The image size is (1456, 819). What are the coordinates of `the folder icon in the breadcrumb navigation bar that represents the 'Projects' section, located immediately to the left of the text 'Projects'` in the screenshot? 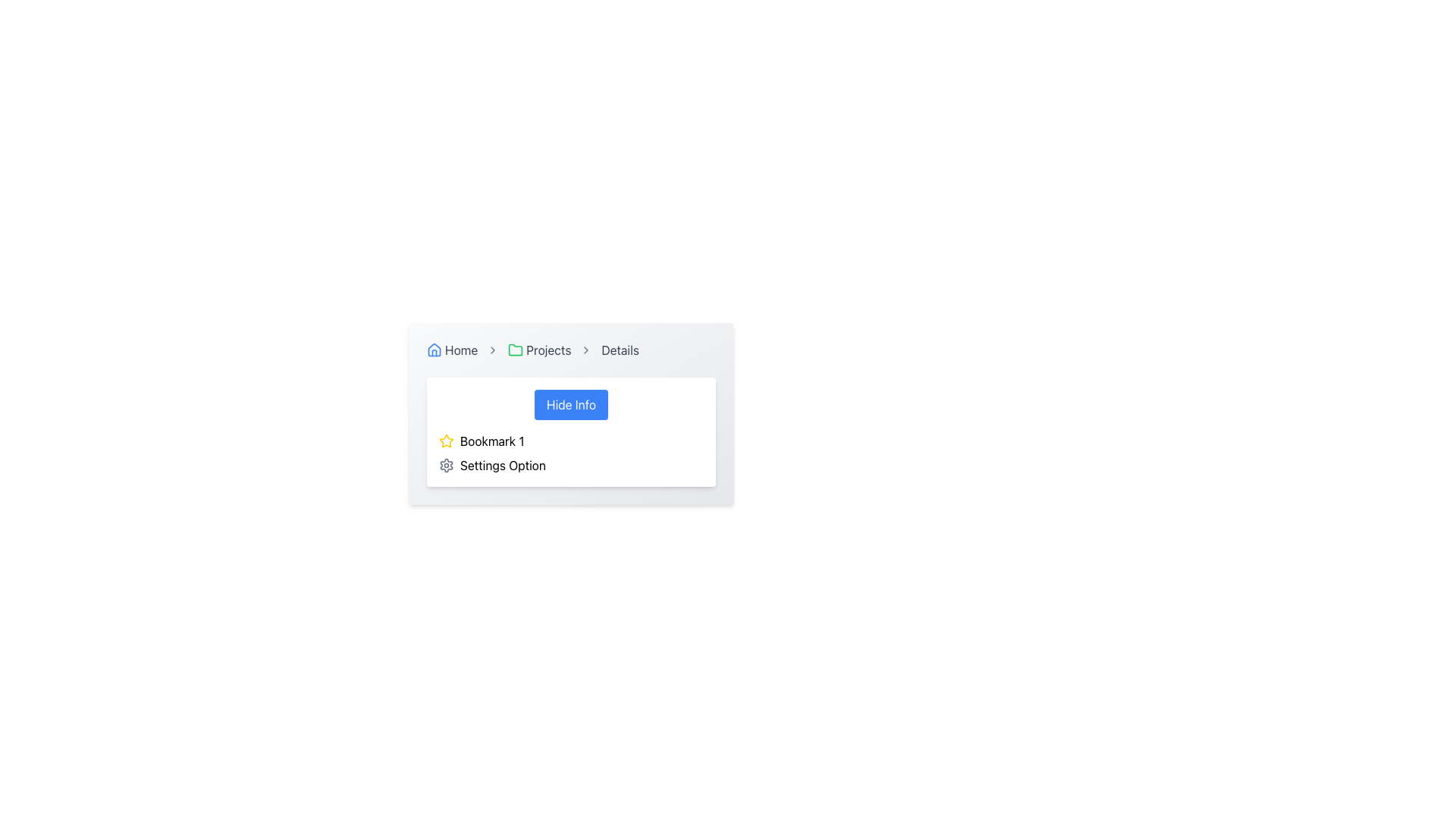 It's located at (516, 350).